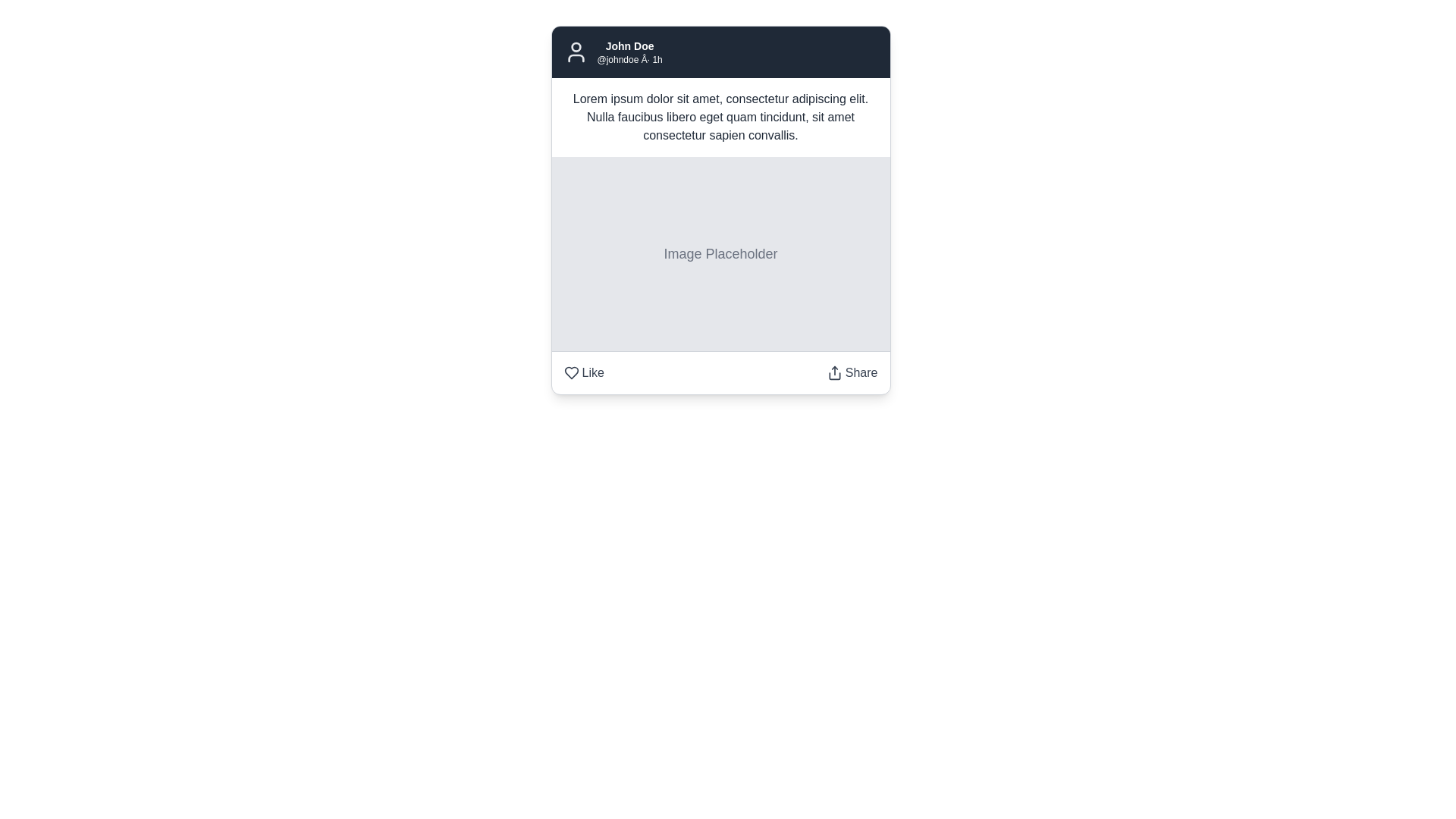  Describe the element at coordinates (592, 373) in the screenshot. I see `the 'Like' text label located to the right of the heart icon in the bottom left section of the card interface to like the content` at that location.